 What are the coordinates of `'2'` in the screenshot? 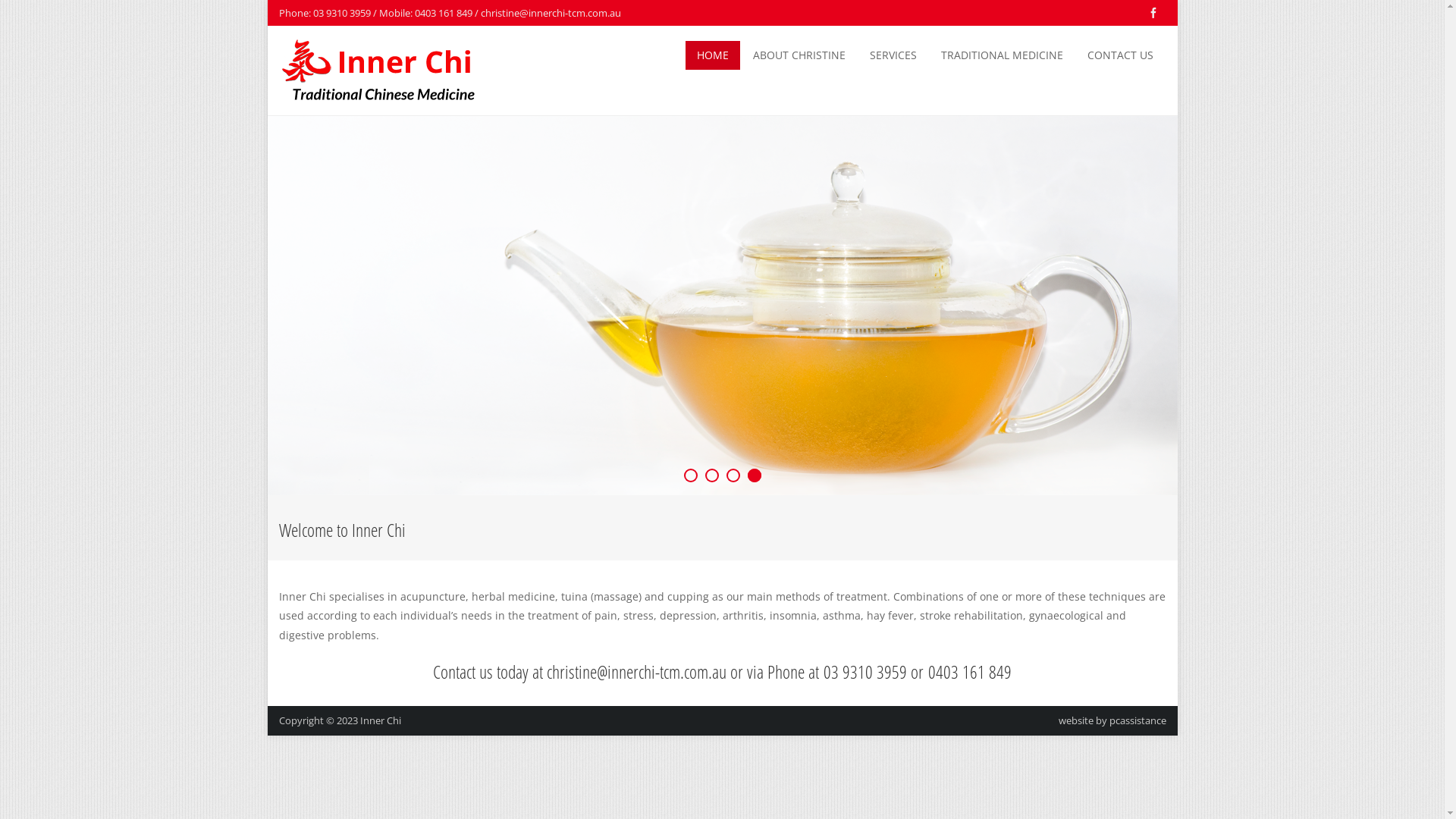 It's located at (711, 475).